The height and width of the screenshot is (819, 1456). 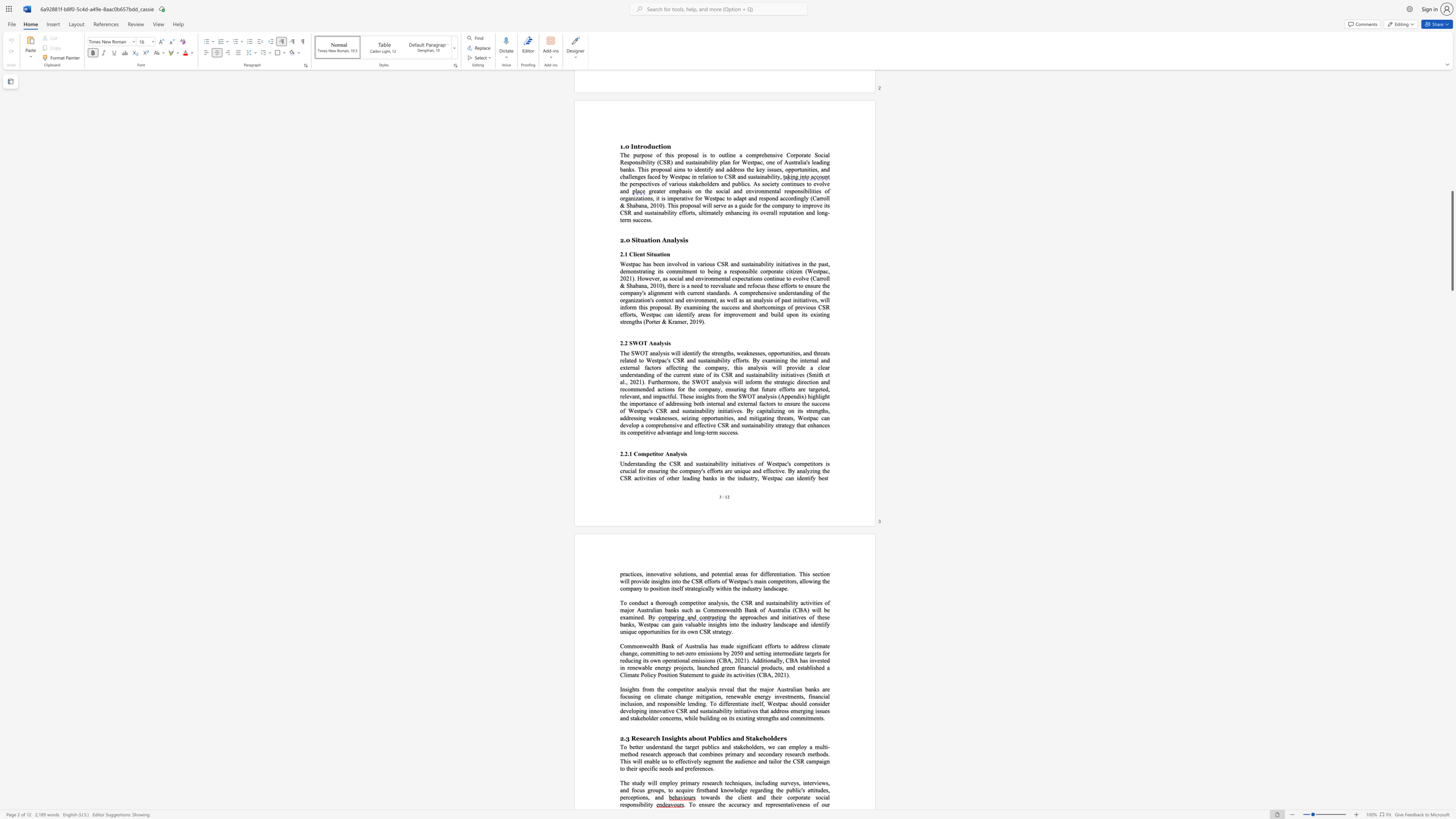 What do you see at coordinates (696, 790) in the screenshot?
I see `the subset text "firsthand know" within the text "firsthand knowledge"` at bounding box center [696, 790].